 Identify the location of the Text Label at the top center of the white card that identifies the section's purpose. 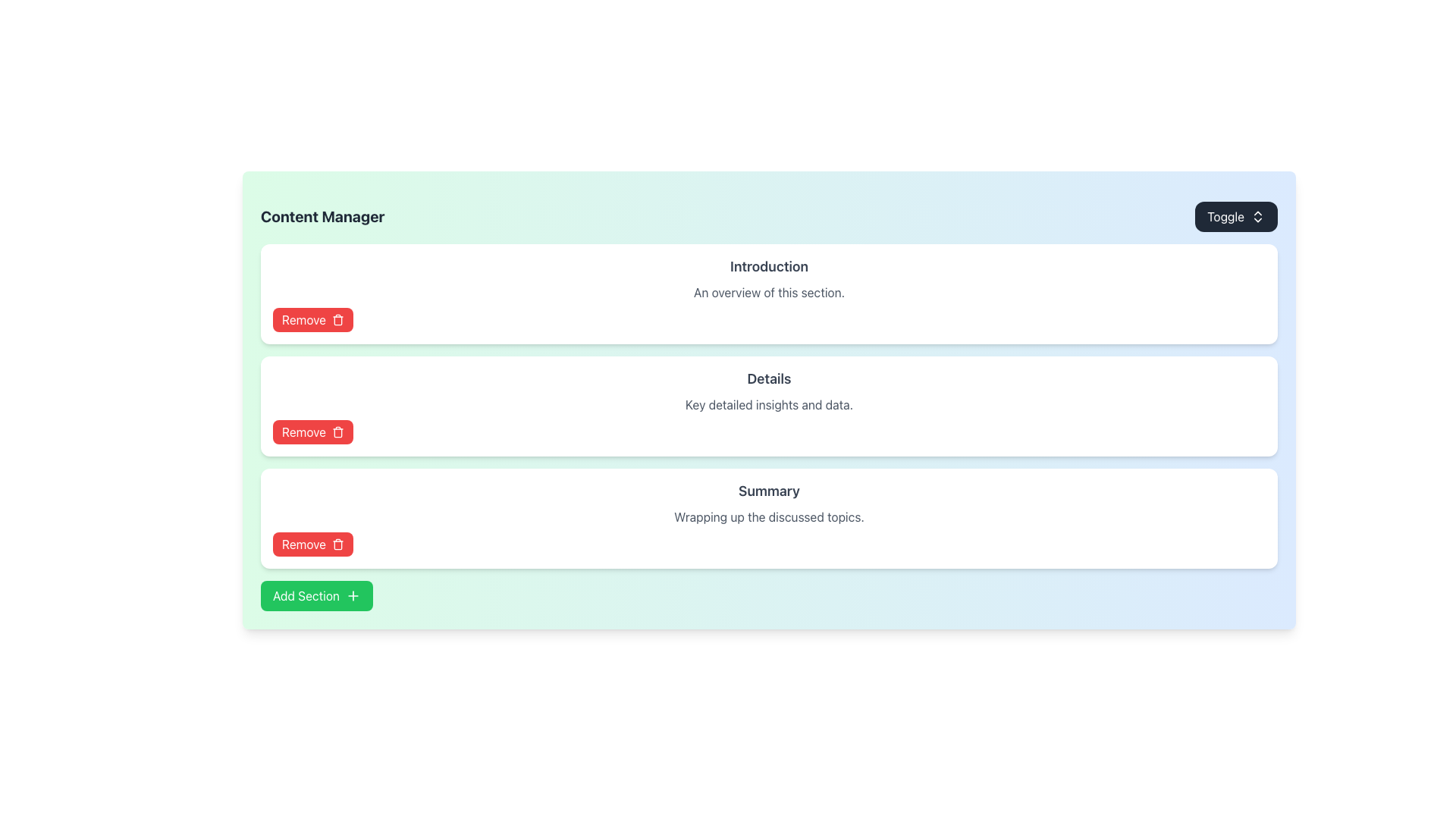
(769, 265).